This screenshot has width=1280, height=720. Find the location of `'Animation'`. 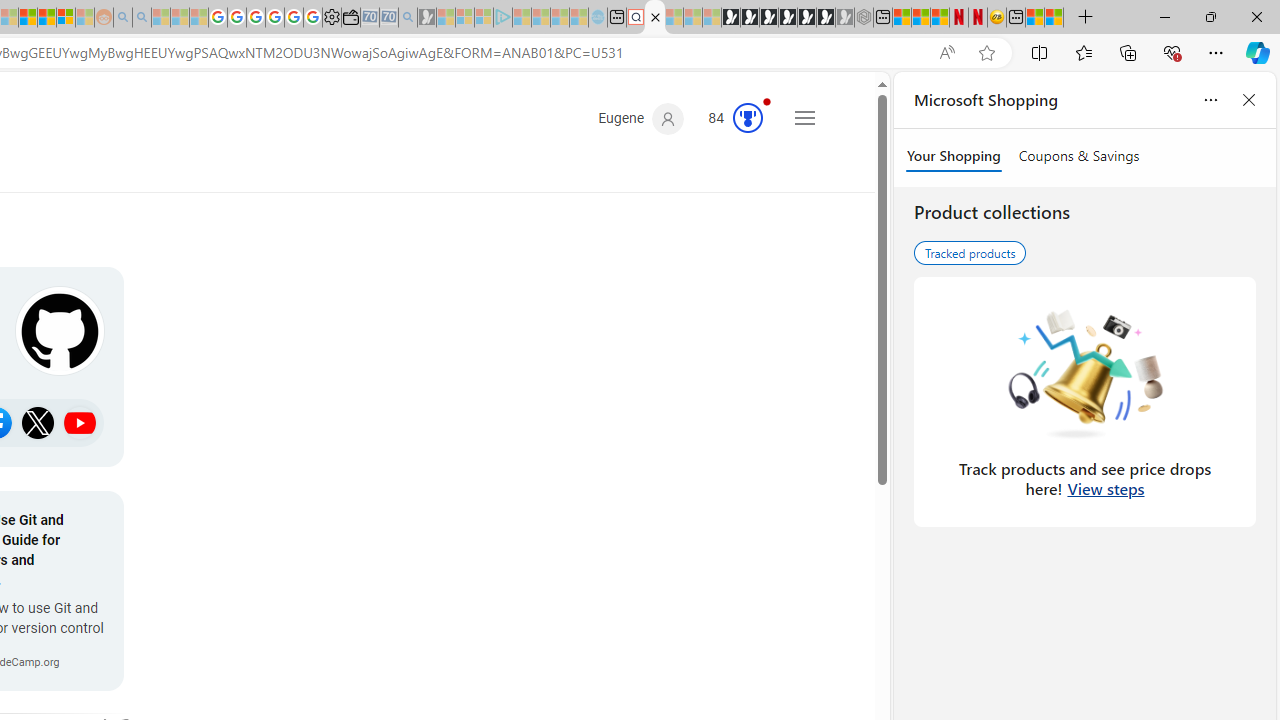

'Animation' is located at coordinates (765, 101).